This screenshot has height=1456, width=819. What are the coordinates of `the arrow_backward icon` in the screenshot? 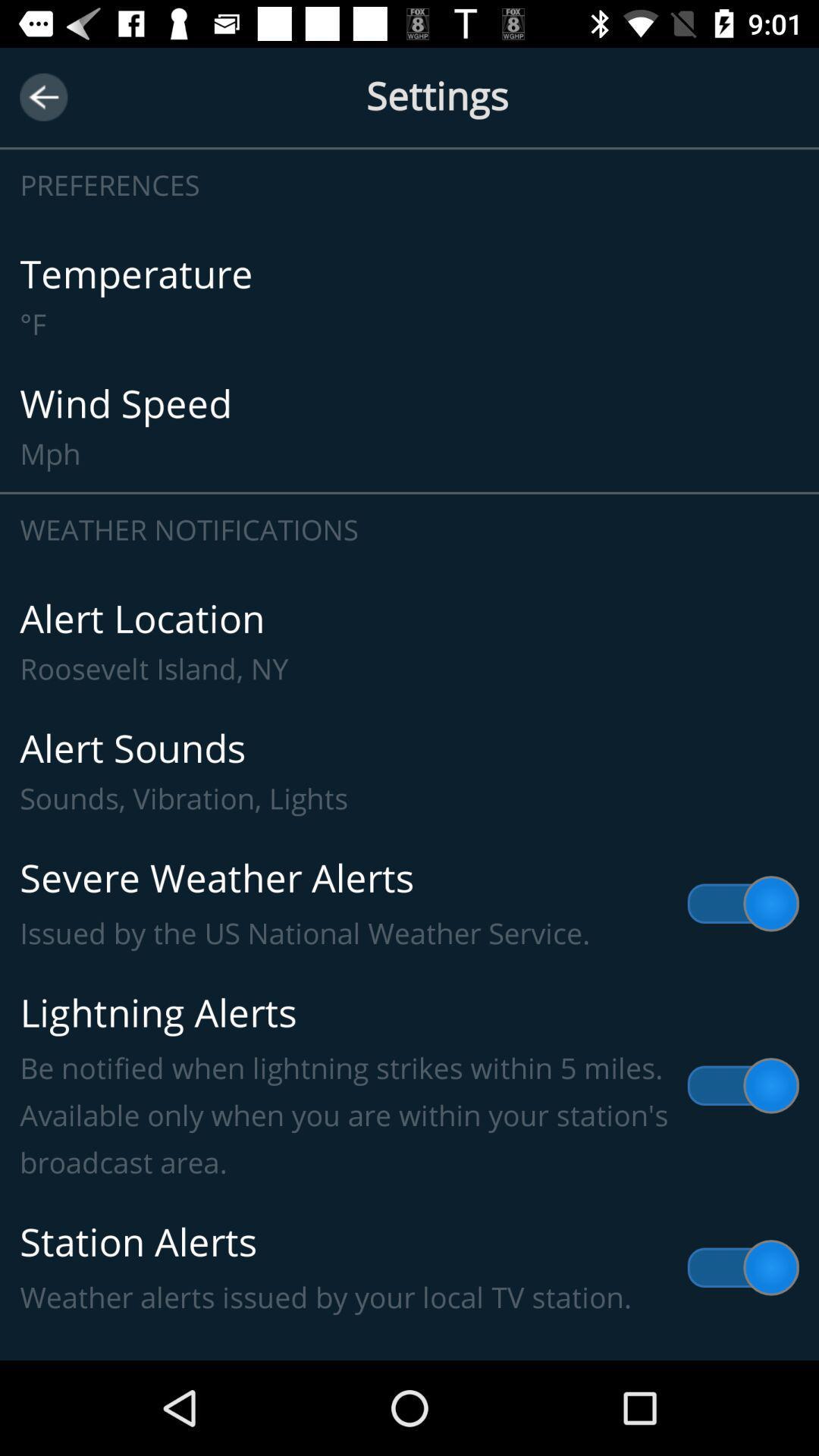 It's located at (42, 96).